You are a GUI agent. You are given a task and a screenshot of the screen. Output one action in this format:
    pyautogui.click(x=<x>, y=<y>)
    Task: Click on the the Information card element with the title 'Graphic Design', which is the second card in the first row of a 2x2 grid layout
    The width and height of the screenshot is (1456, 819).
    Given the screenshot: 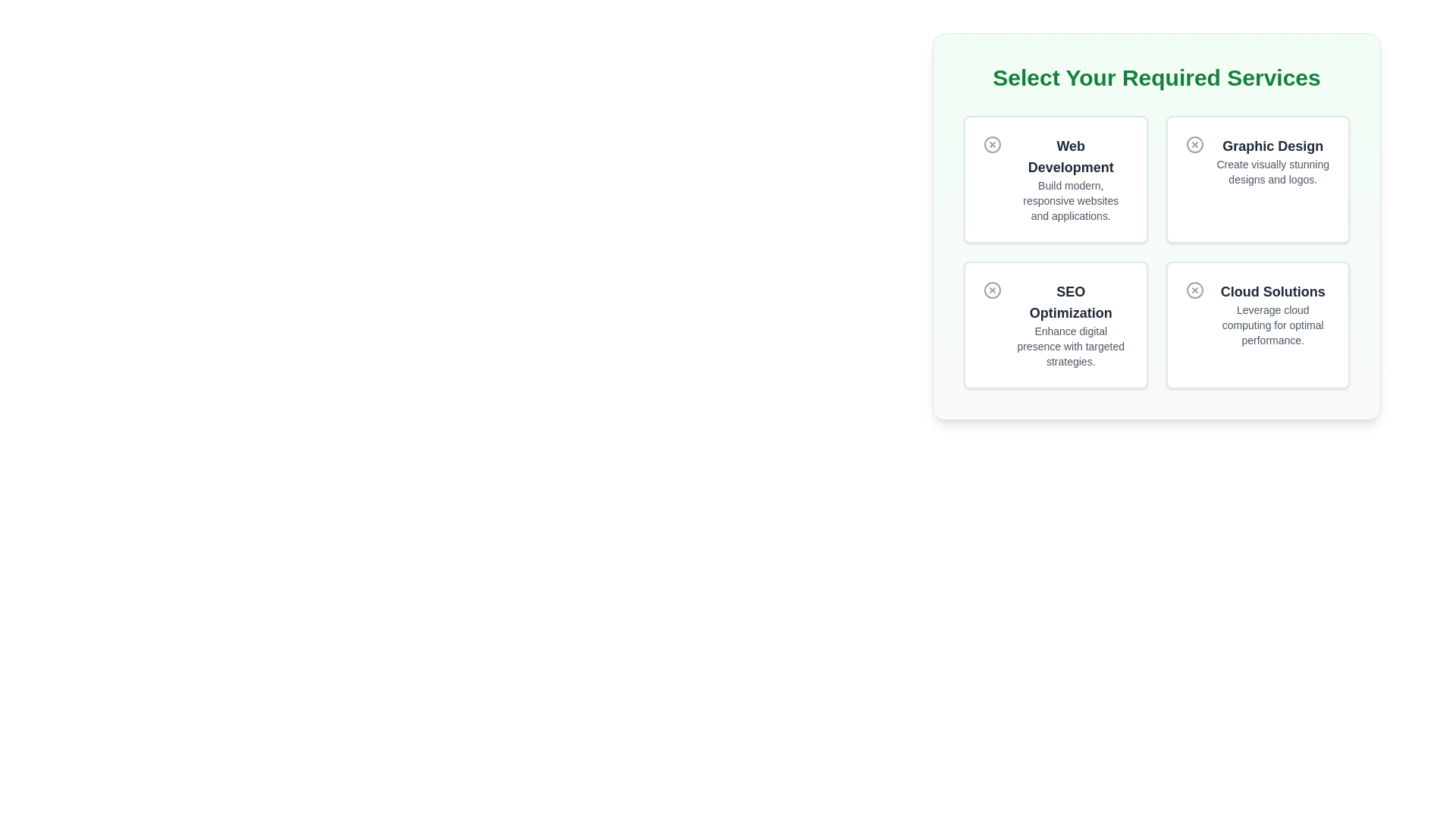 What is the action you would take?
    pyautogui.click(x=1257, y=178)
    